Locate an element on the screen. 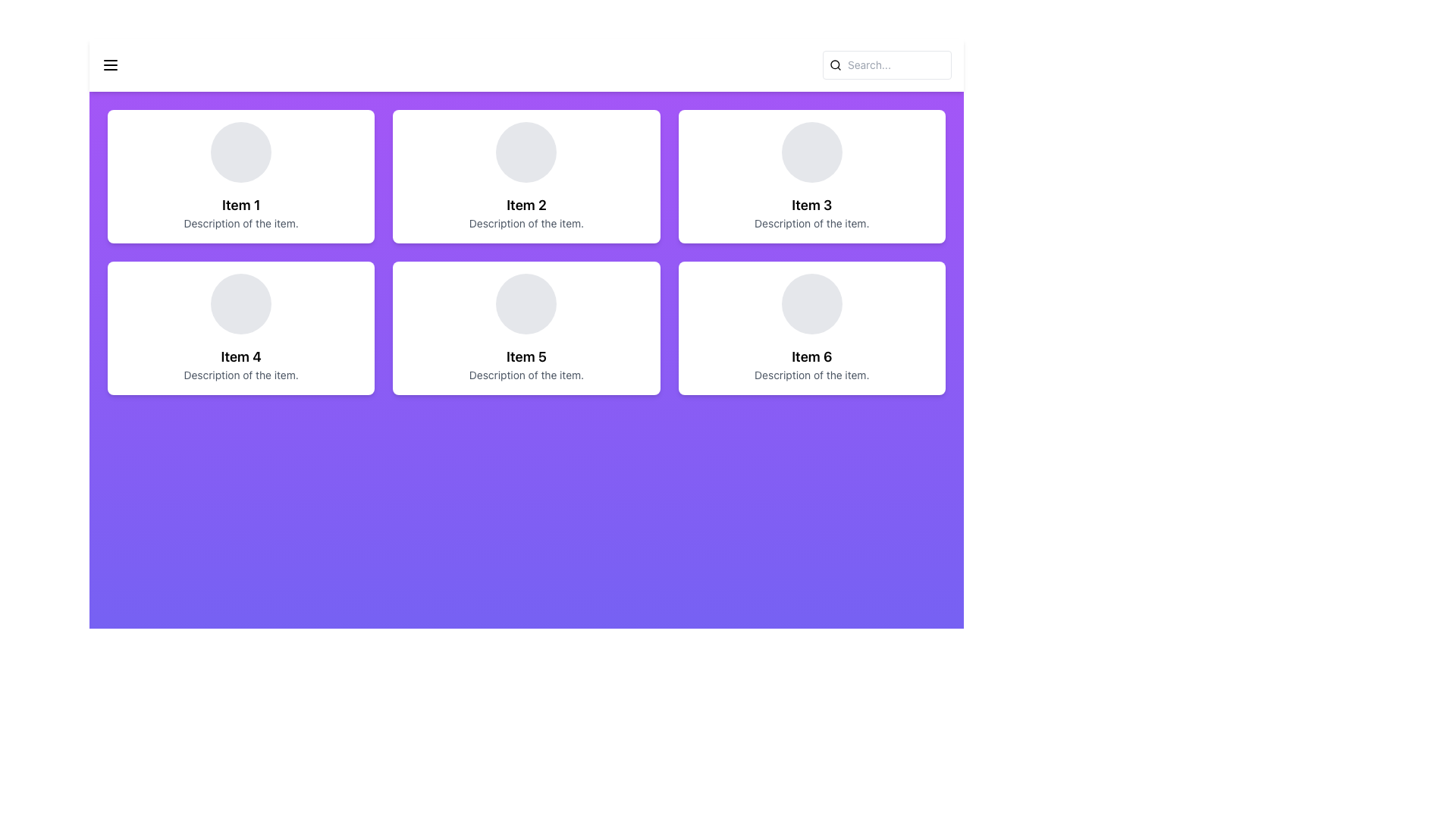 This screenshot has height=819, width=1456. the search icon positioned near the left edge of the search bar, which indicates the search functionality is located at coordinates (835, 64).